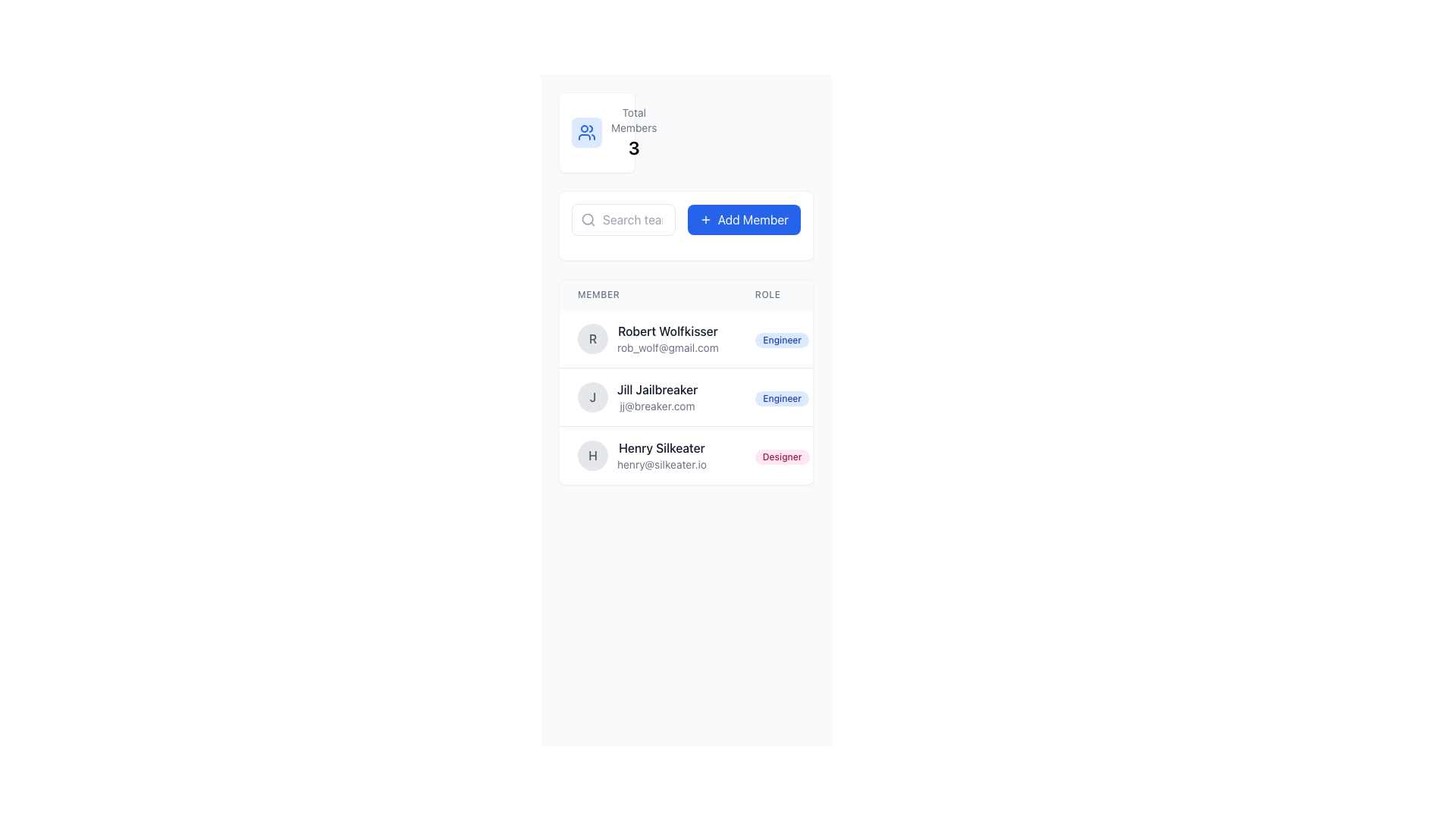  Describe the element at coordinates (782, 397) in the screenshot. I see `the pill-shaped label with the text 'Engineer' that is styled with a blue background and blue text, located in the 'Role' column next to 'Jill Jailbreaker'` at that location.